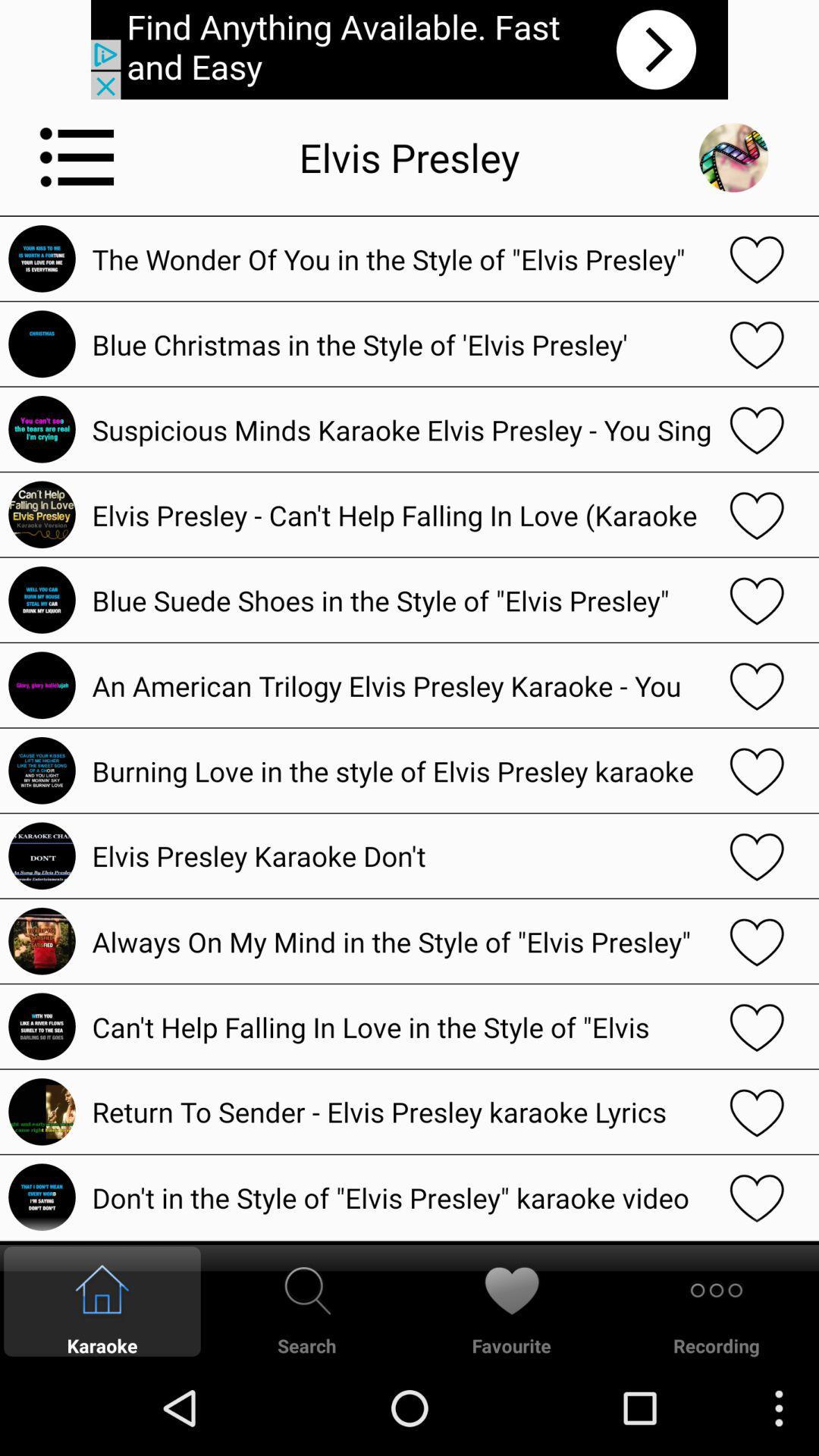  I want to click on love selection, so click(757, 514).